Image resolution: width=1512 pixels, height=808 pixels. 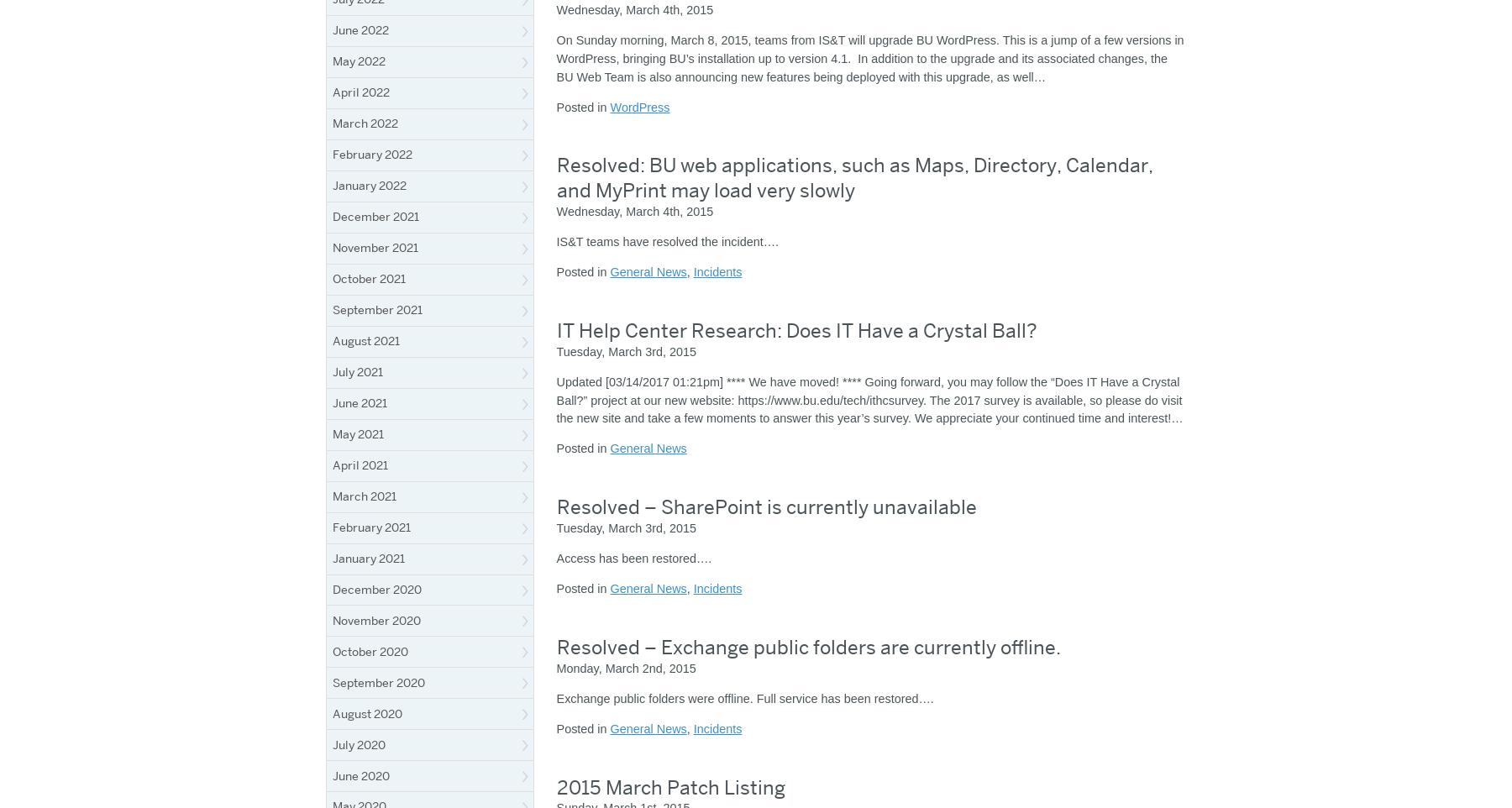 What do you see at coordinates (853, 176) in the screenshot?
I see `'Resolved: BU web applications, such as Maps, Directory, Calendar, and MyPrint may load very slowly'` at bounding box center [853, 176].